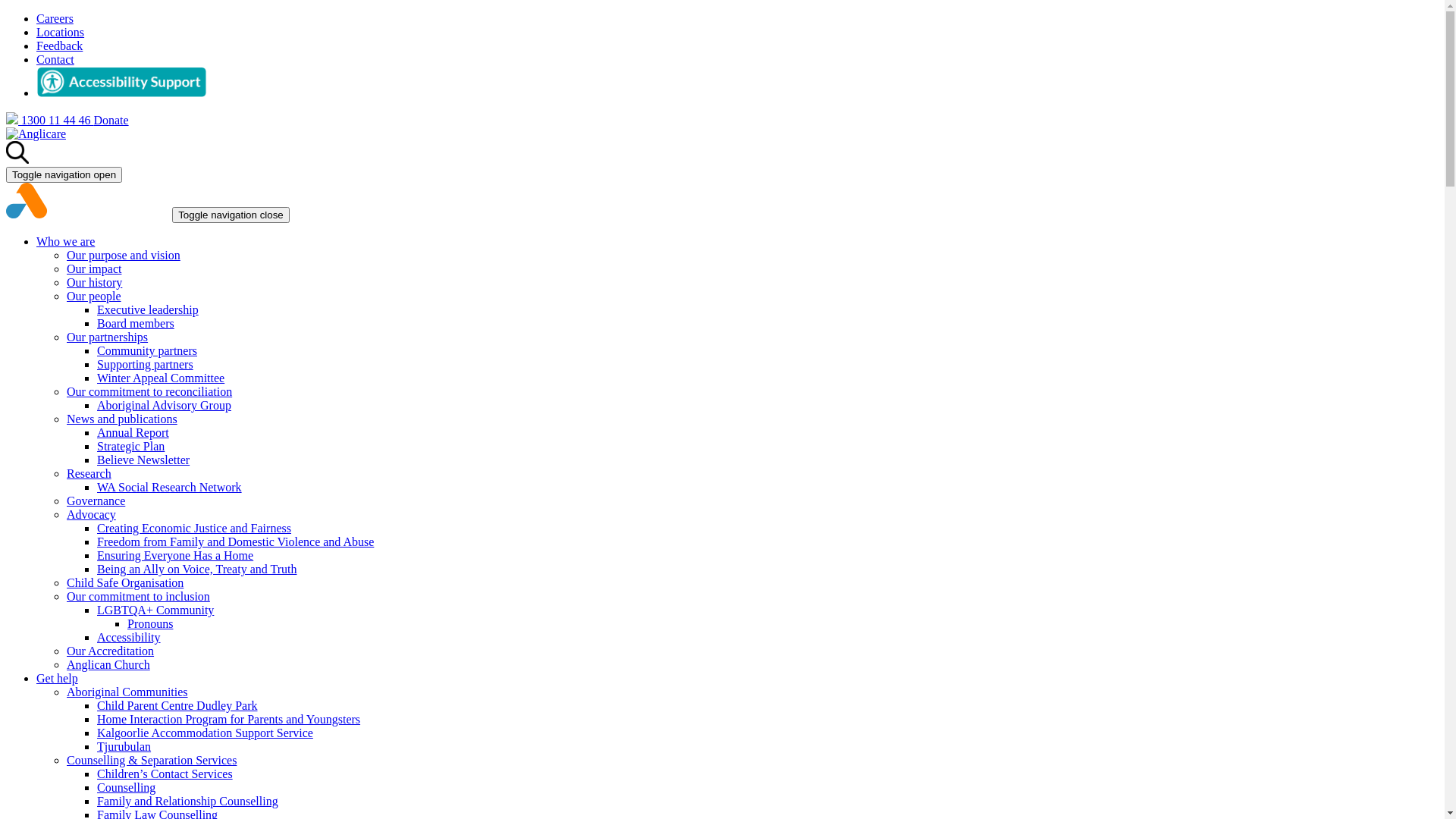 This screenshot has width=1456, height=819. Describe the element at coordinates (96, 527) in the screenshot. I see `'Creating Economic Justice and Fairness'` at that location.